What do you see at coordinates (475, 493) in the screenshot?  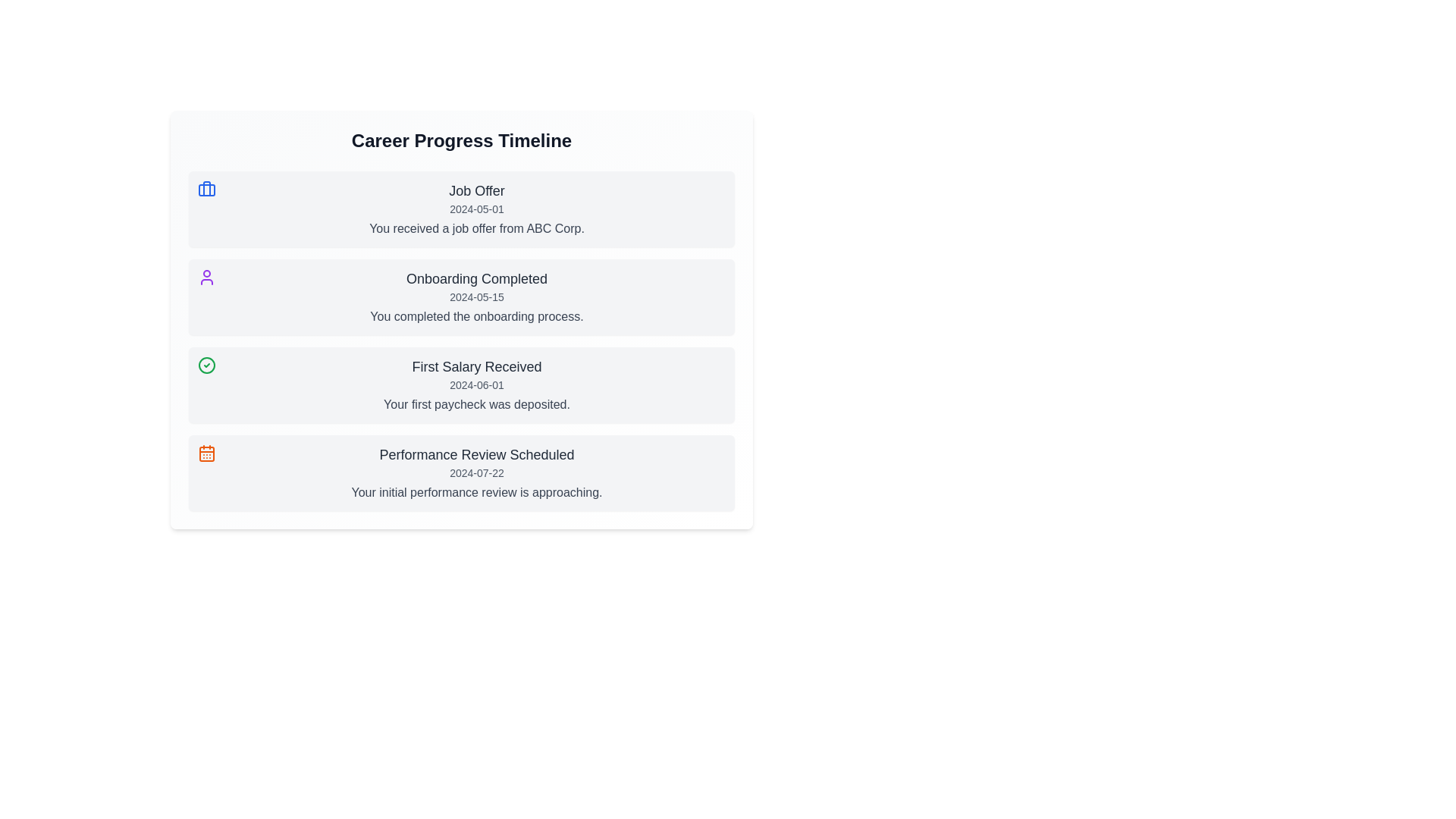 I see `dark gray text located below the date '2024-07-22' and the title 'Performance Review Scheduled' in the 'Career Progress Timeline' section` at bounding box center [475, 493].